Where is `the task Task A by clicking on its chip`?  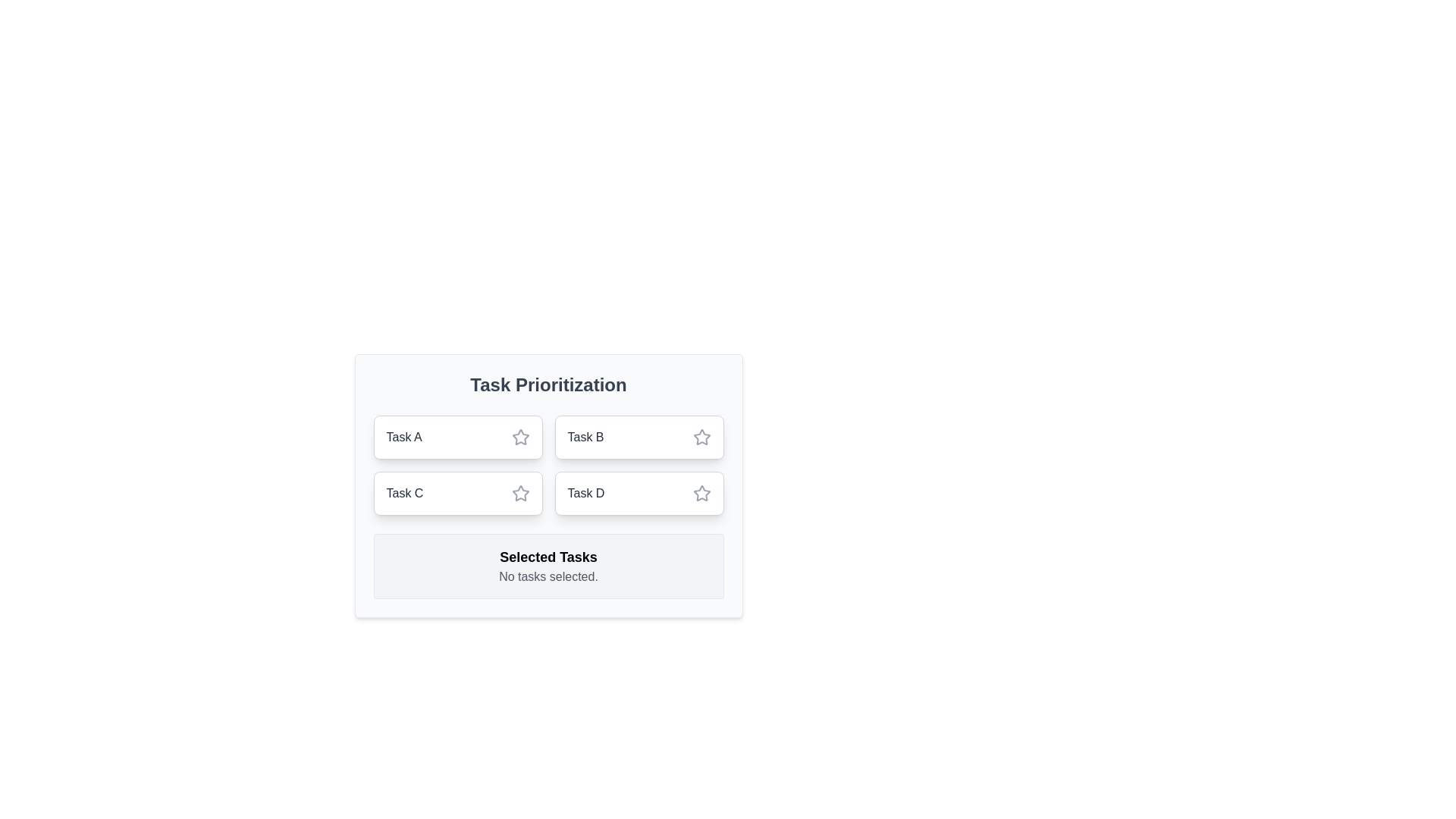 the task Task A by clicking on its chip is located at coordinates (457, 438).